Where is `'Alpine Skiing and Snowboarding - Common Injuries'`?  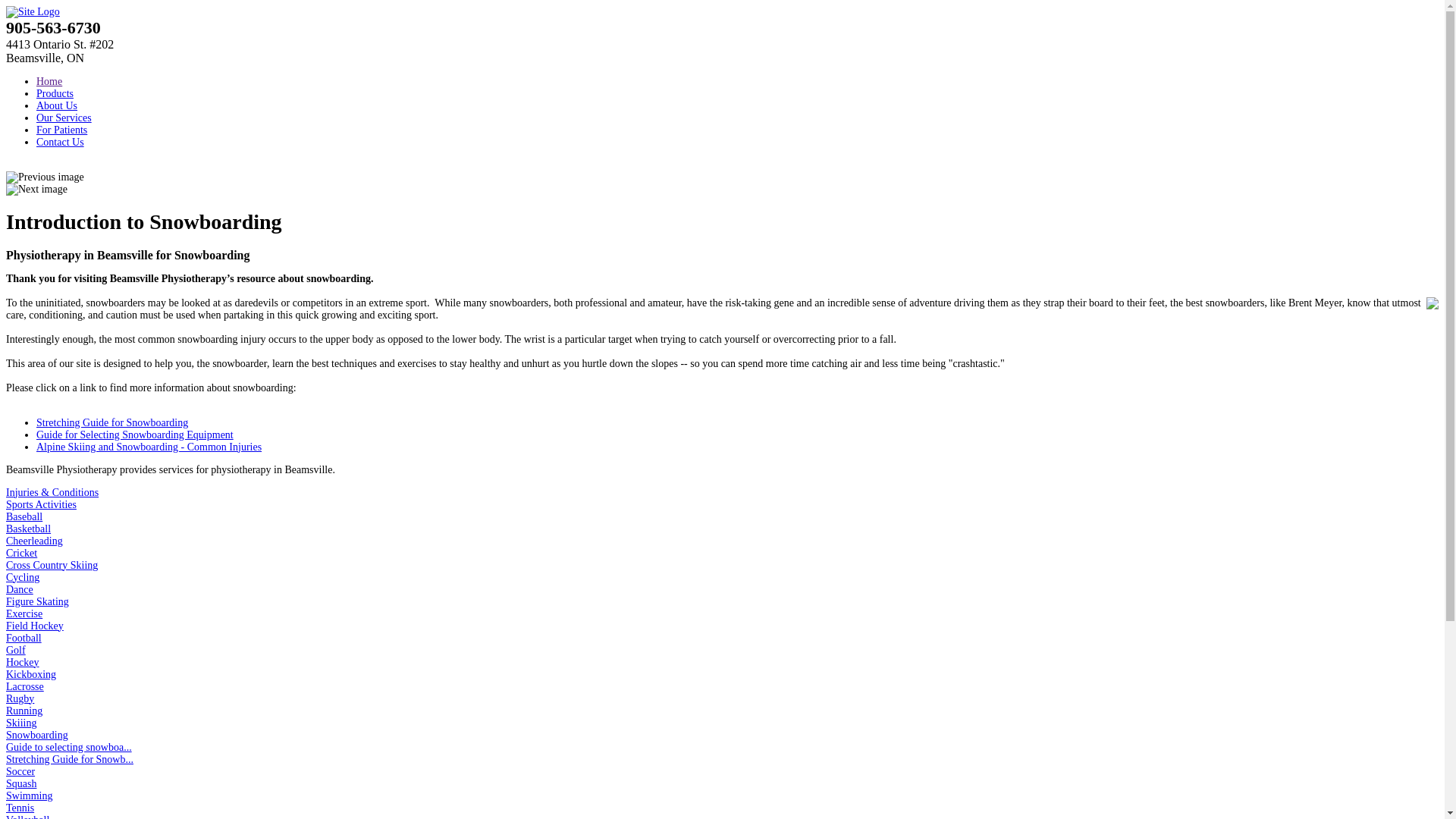
'Alpine Skiing and Snowboarding - Common Injuries' is located at coordinates (149, 446).